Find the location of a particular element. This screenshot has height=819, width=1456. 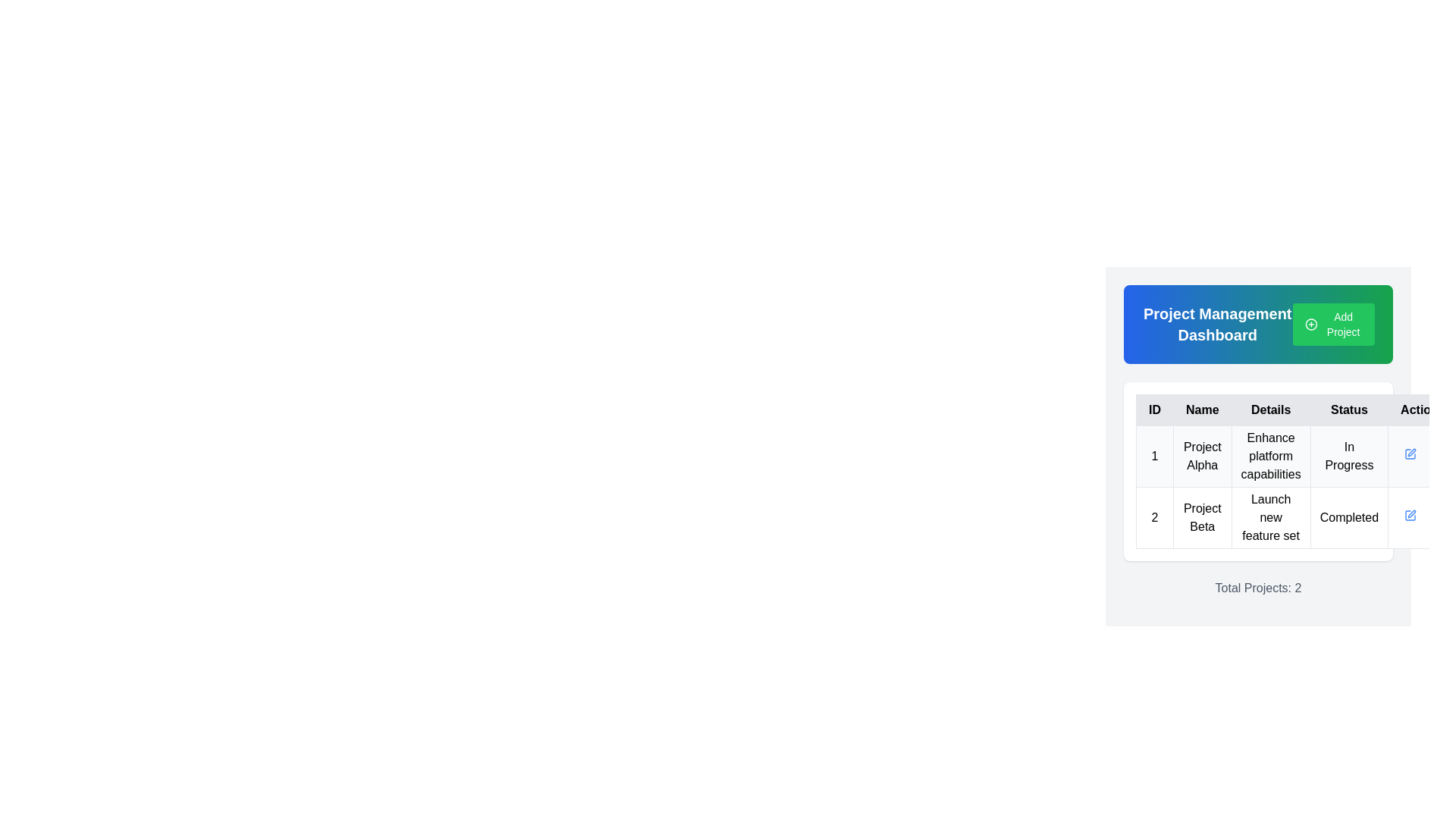

the top left cell of the table displaying the serial number for 'Project Alpha', located directly below the 'ID' header is located at coordinates (1153, 455).